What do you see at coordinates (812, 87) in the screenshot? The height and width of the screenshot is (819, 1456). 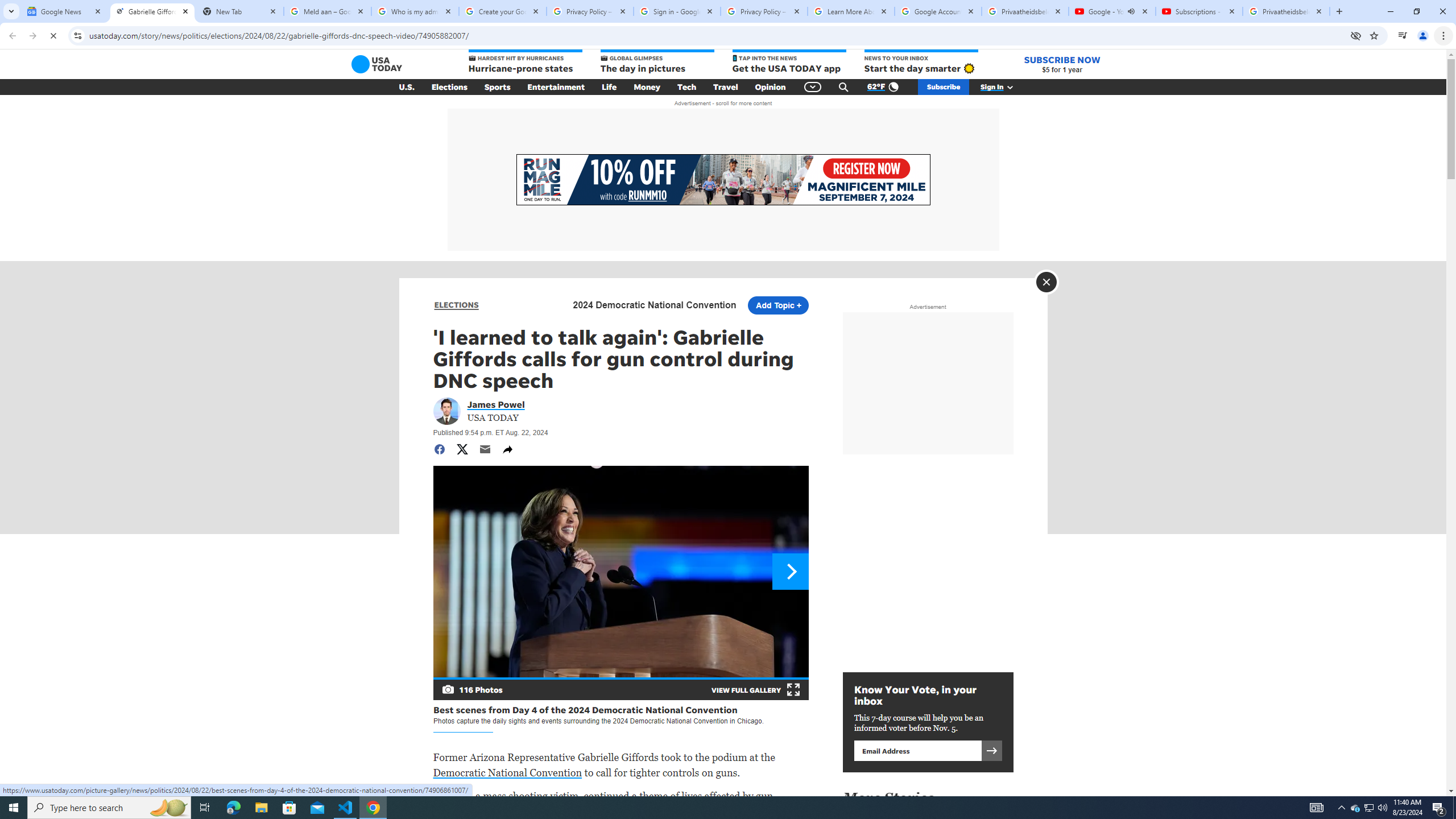 I see `'Global Navigation'` at bounding box center [812, 87].